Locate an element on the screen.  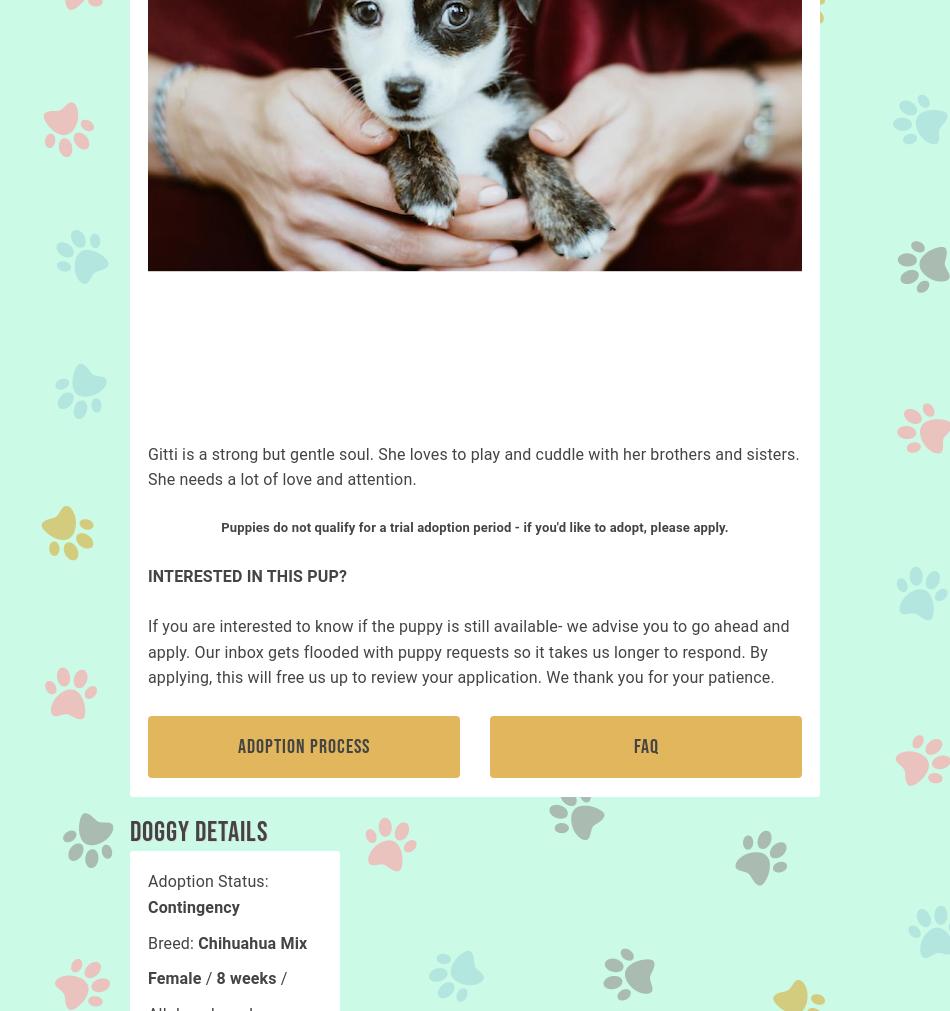
'Adoption Status:' is located at coordinates (207, 881).